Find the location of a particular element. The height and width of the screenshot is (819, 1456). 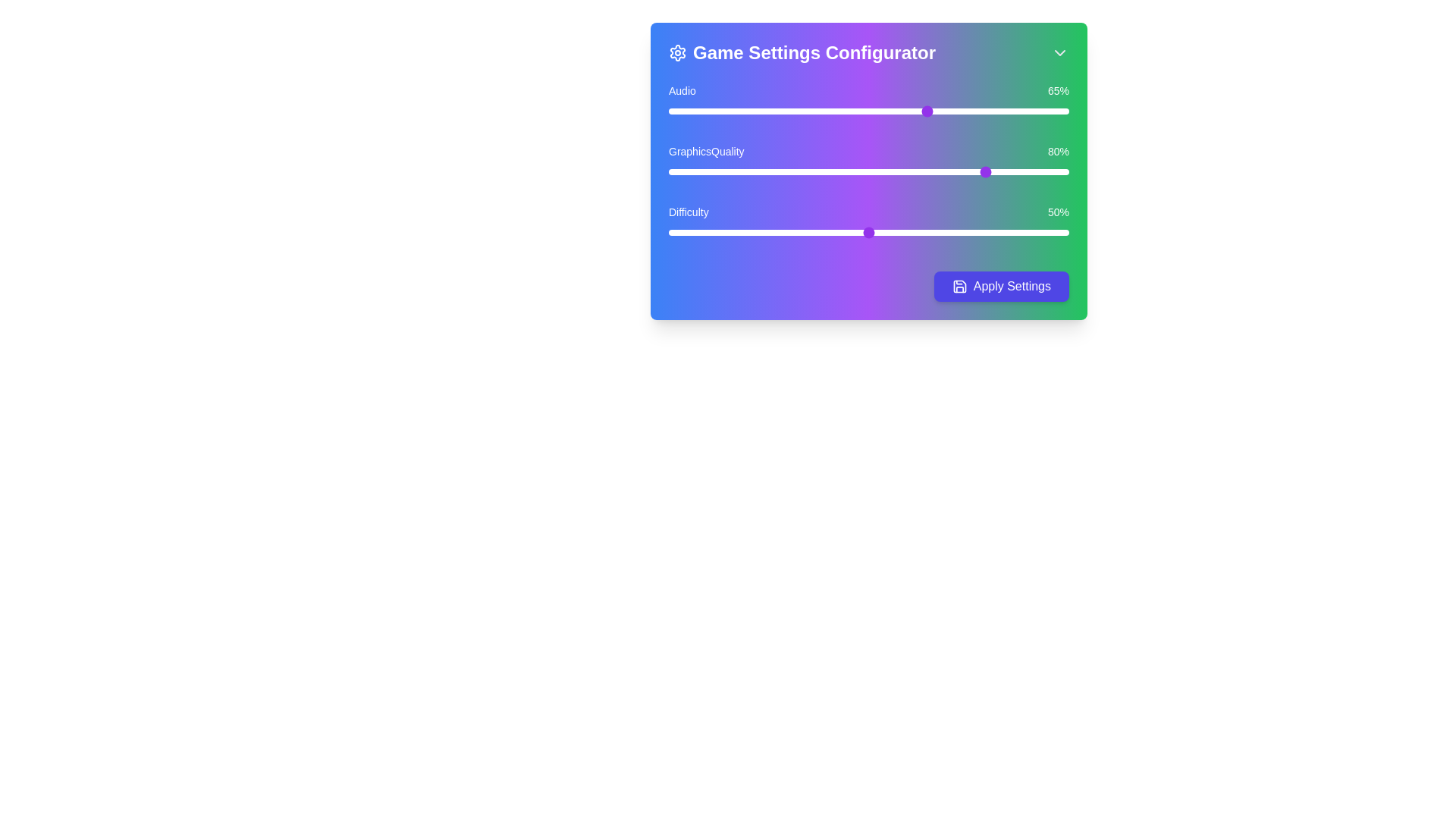

the audio slider is located at coordinates (920, 110).